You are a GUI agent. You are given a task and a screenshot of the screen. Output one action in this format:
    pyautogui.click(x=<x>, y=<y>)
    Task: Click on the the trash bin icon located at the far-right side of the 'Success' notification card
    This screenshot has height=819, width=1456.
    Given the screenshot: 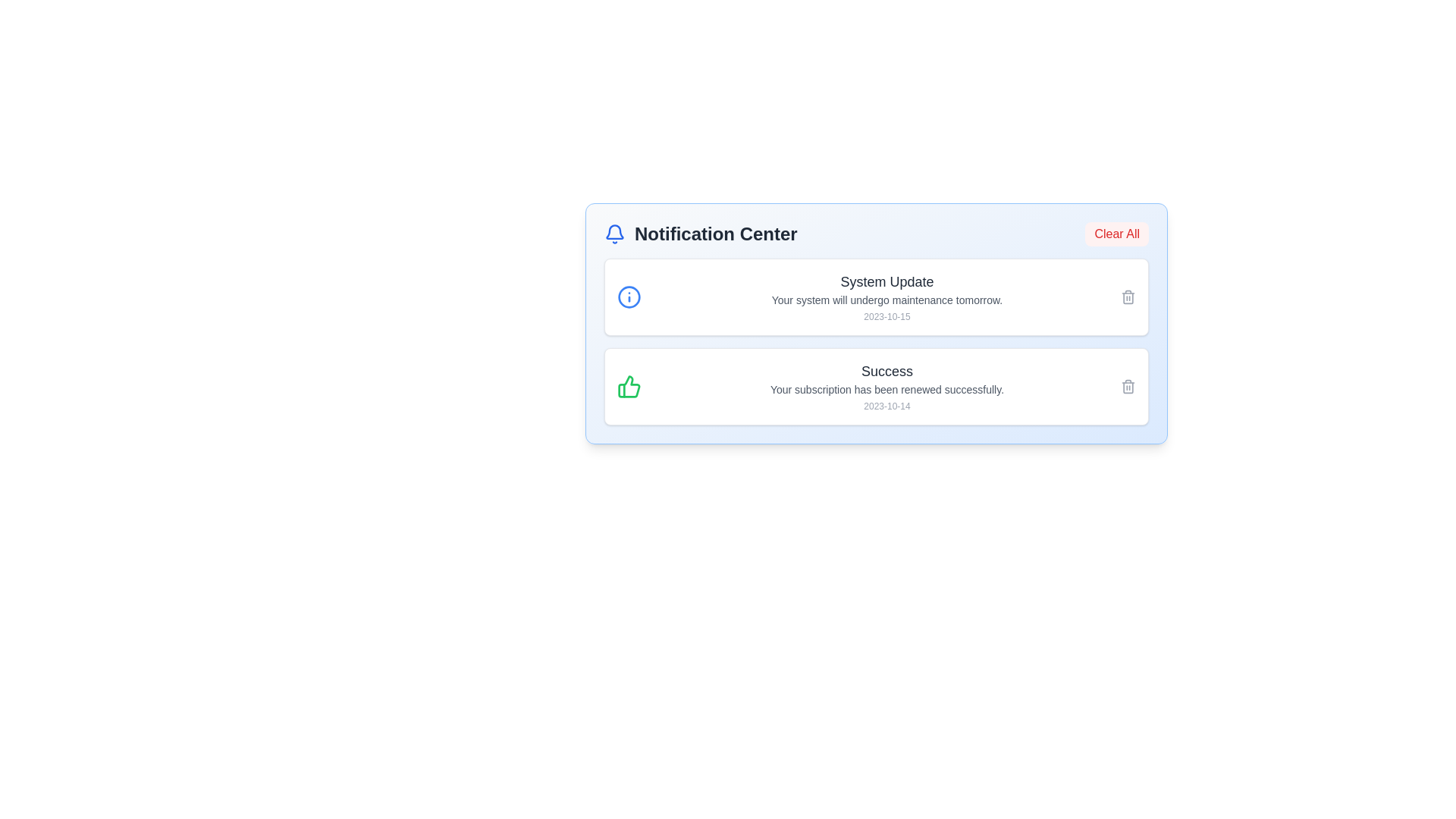 What is the action you would take?
    pyautogui.click(x=1128, y=385)
    